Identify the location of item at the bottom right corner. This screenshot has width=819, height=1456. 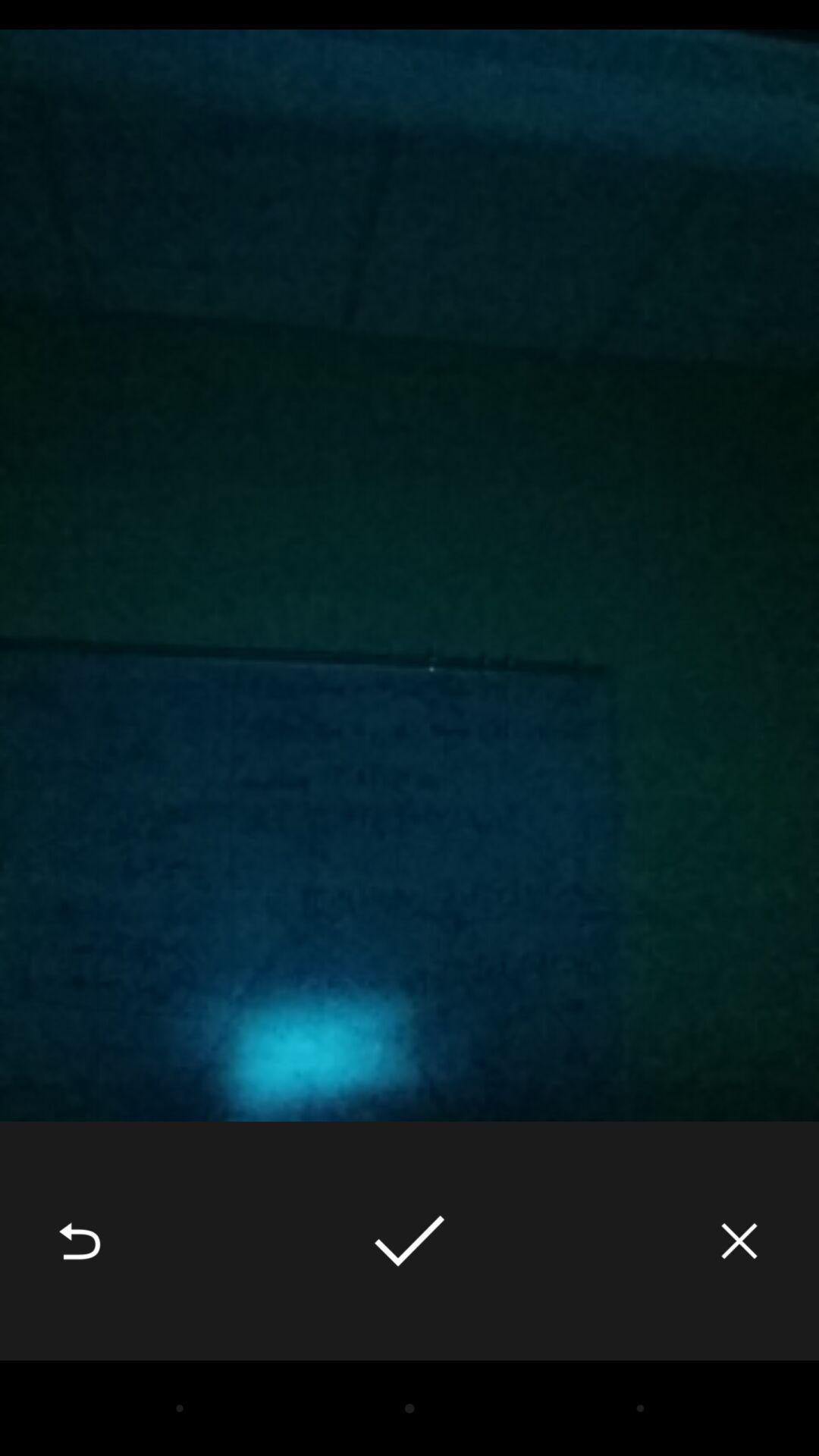
(739, 1241).